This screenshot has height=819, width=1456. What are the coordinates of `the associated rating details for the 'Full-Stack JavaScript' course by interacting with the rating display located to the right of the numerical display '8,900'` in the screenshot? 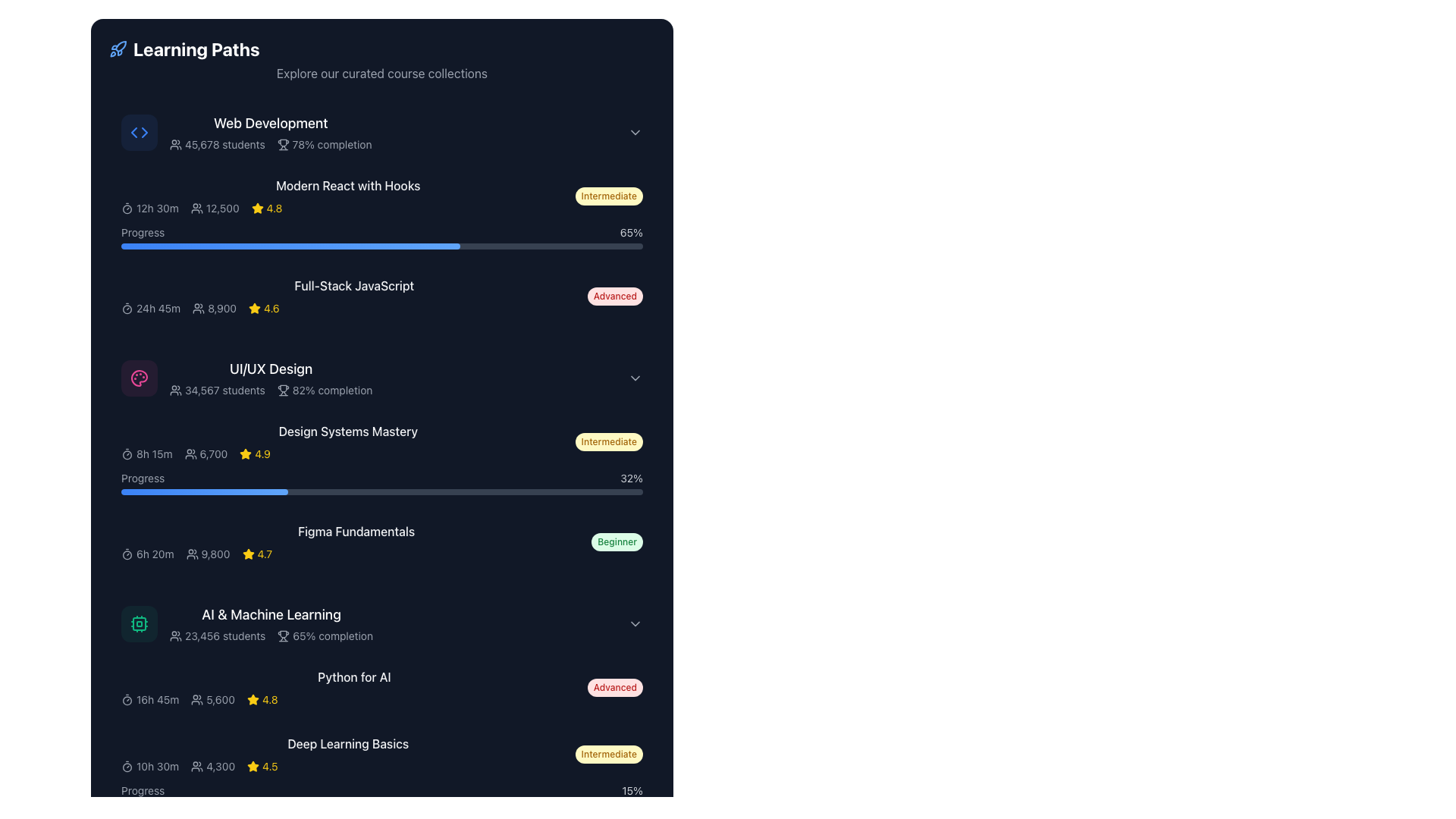 It's located at (264, 308).